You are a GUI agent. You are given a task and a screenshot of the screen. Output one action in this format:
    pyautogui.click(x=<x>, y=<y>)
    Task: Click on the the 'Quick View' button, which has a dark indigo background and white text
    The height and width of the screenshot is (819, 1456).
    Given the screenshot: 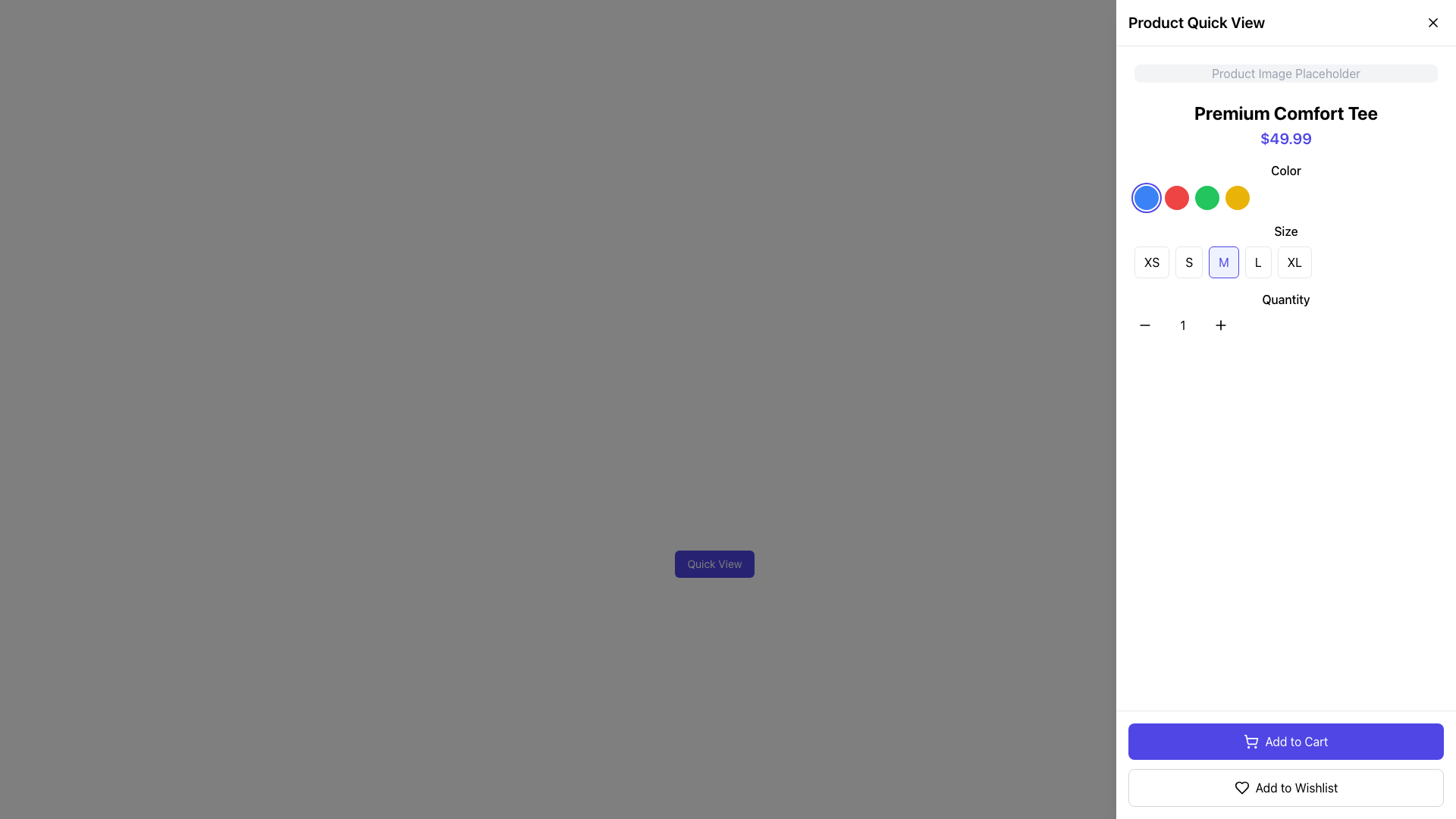 What is the action you would take?
    pyautogui.click(x=714, y=564)
    